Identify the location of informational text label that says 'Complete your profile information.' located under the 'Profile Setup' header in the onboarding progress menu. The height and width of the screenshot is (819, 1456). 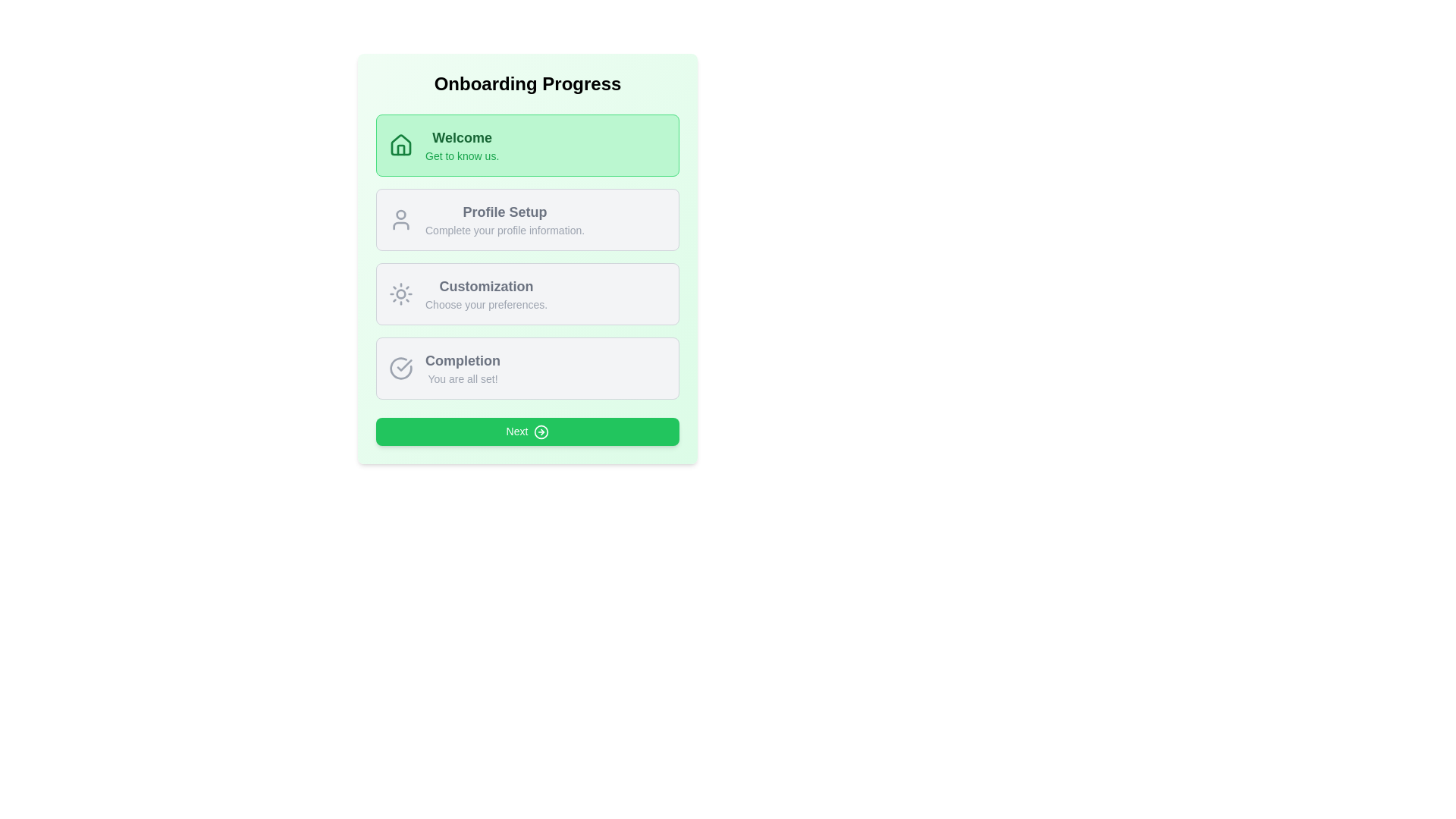
(505, 231).